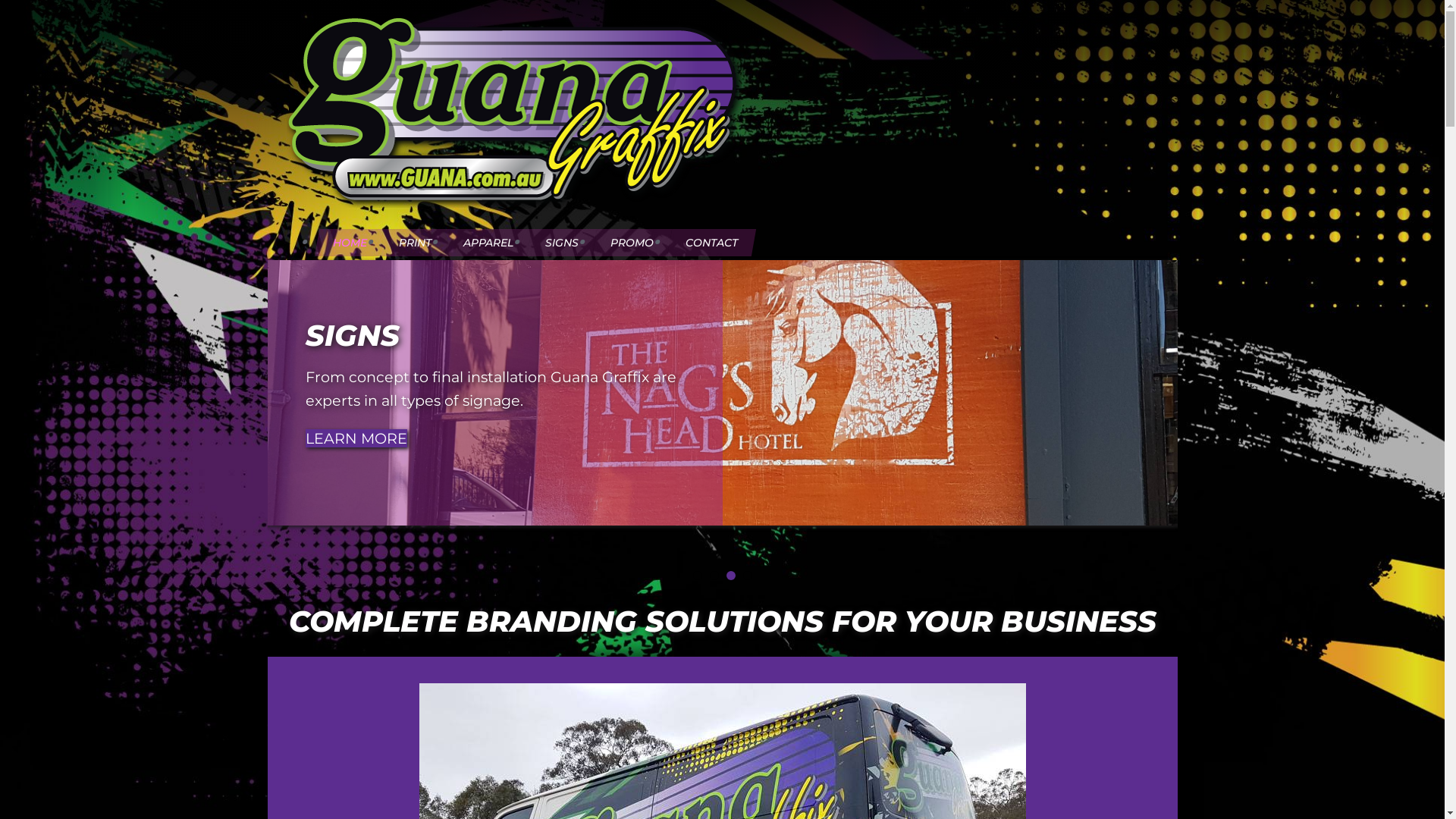 The image size is (1456, 819). What do you see at coordinates (747, 576) in the screenshot?
I see `'4'` at bounding box center [747, 576].